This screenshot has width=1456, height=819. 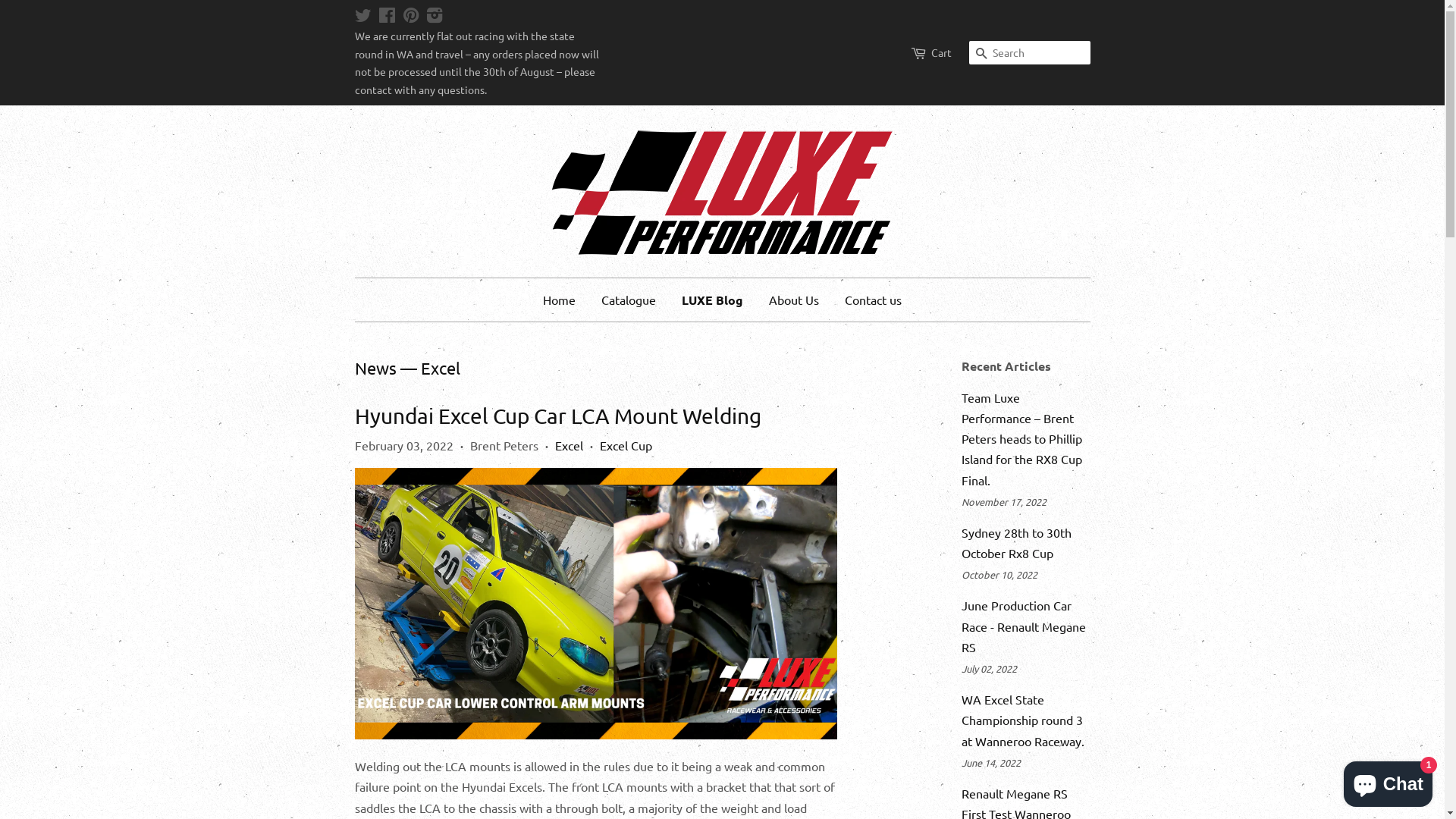 What do you see at coordinates (711, 300) in the screenshot?
I see `'LUXE Blog'` at bounding box center [711, 300].